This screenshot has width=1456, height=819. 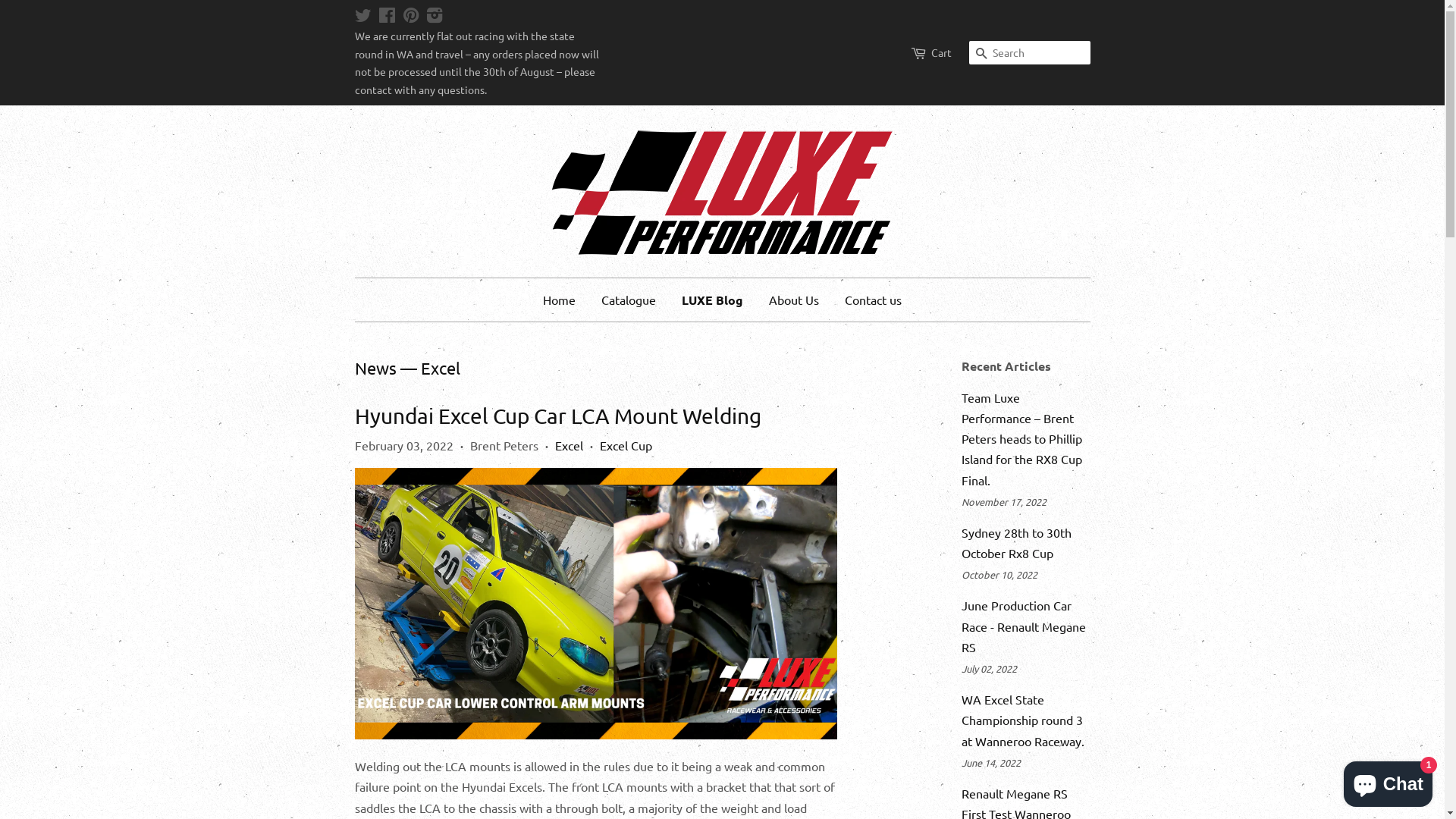 What do you see at coordinates (711, 300) in the screenshot?
I see `'LUXE Blog'` at bounding box center [711, 300].